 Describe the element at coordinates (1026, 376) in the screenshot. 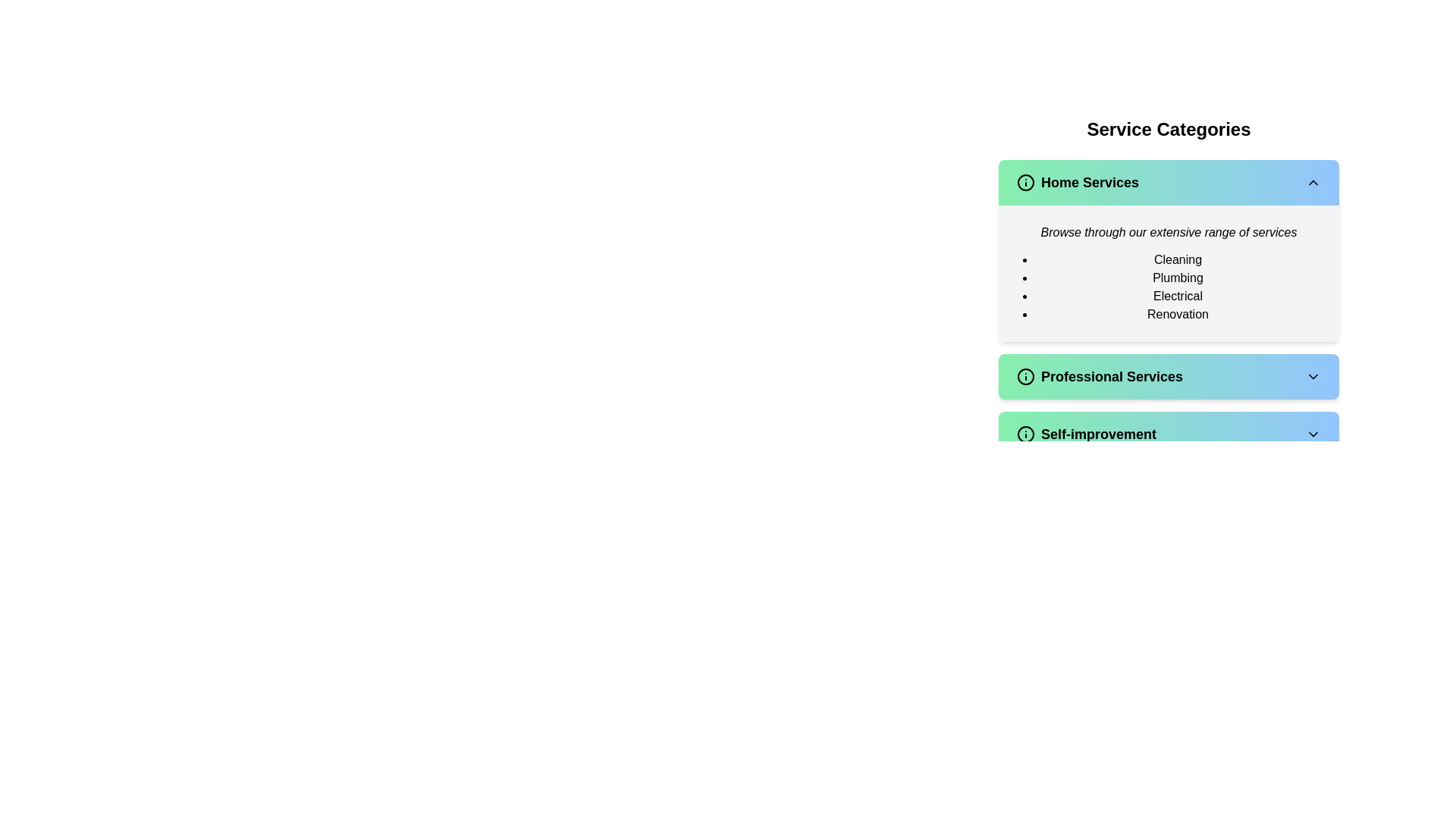

I see `the circular 'info' icon with a thin border and hollow center, located to the left of 'Professional Services' in the second section of the service categories list` at that location.